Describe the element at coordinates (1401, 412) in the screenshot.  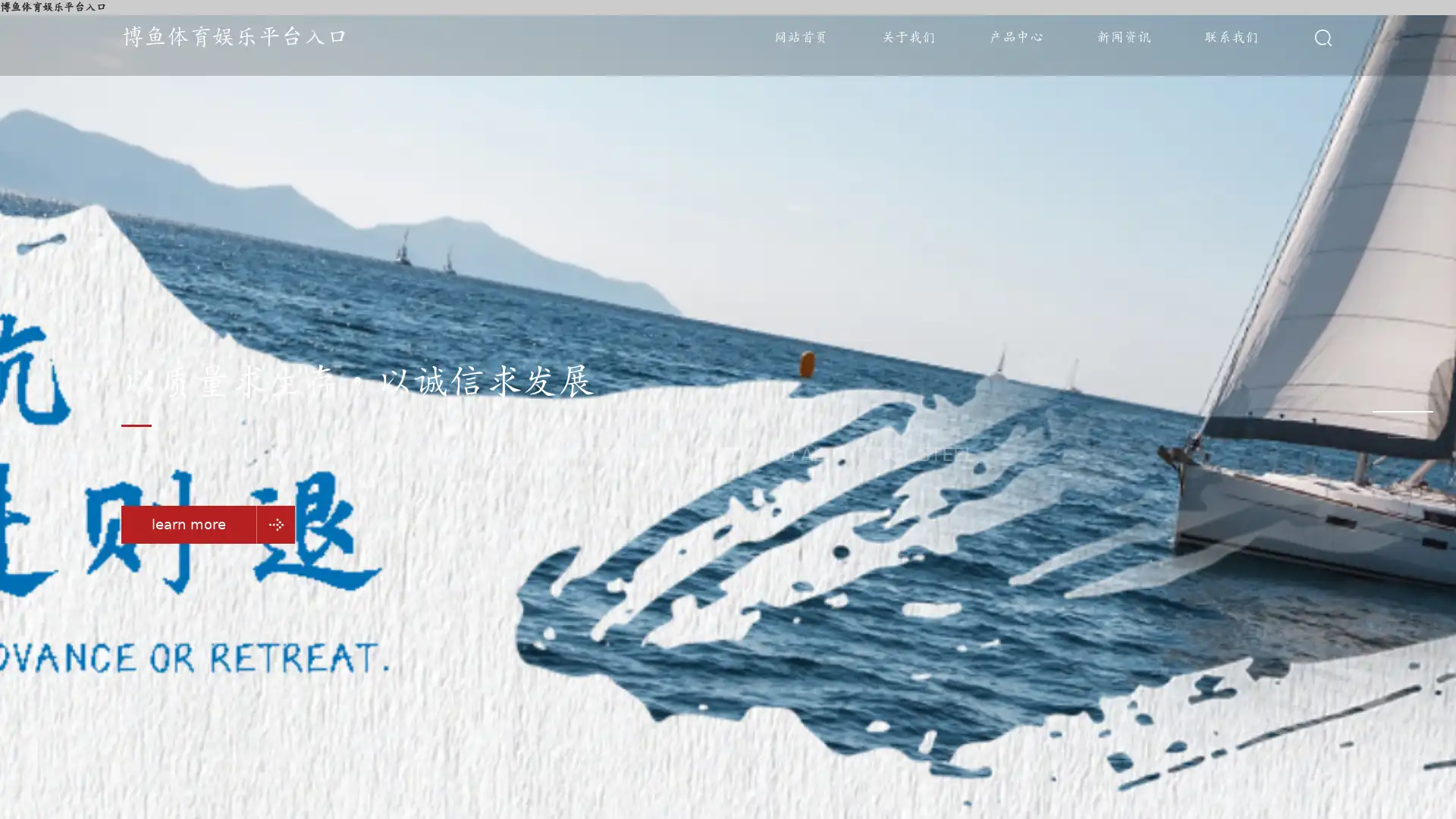
I see `Go to slide 1` at that location.